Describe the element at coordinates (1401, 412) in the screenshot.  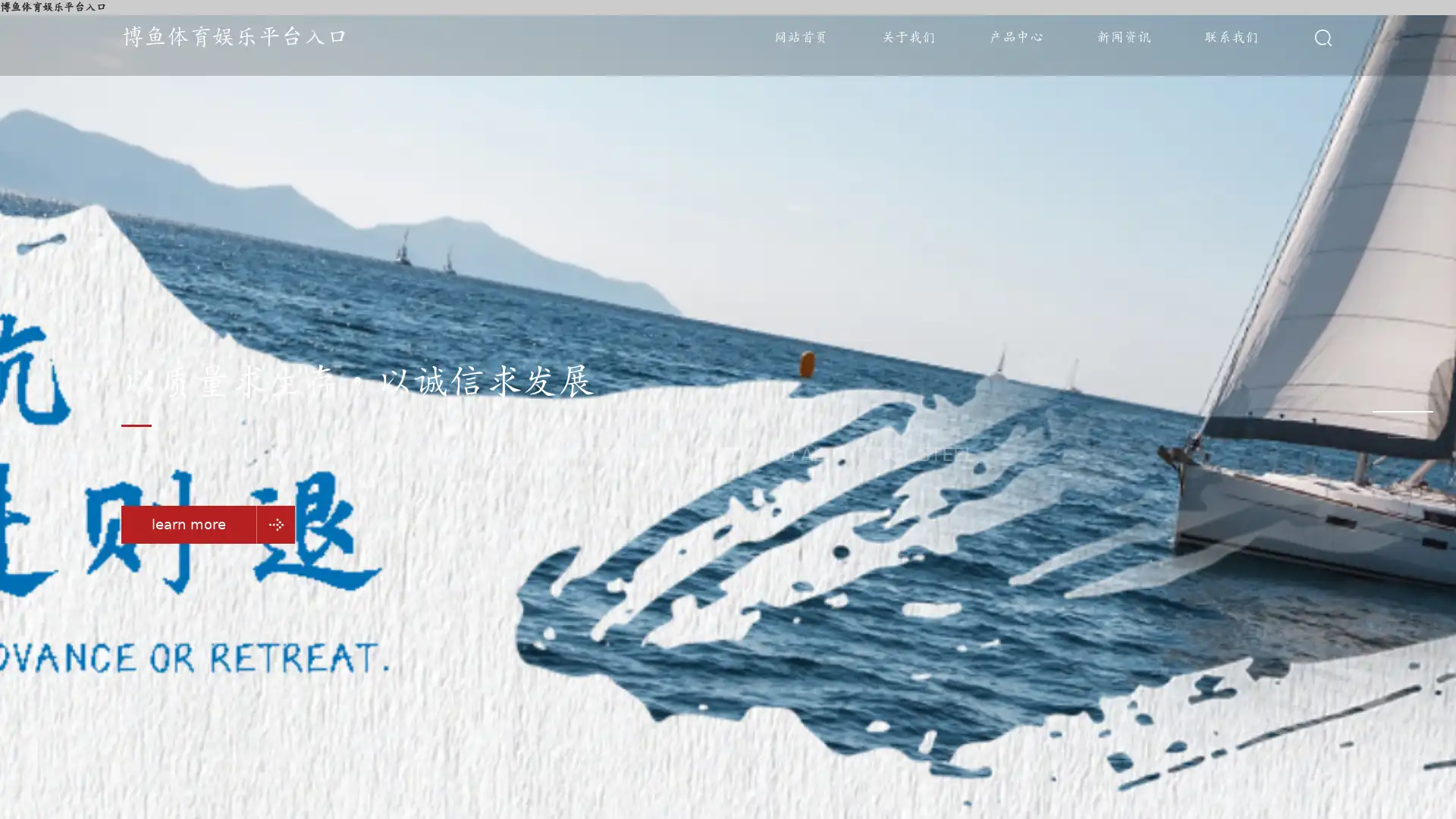
I see `Go to slide 1` at that location.